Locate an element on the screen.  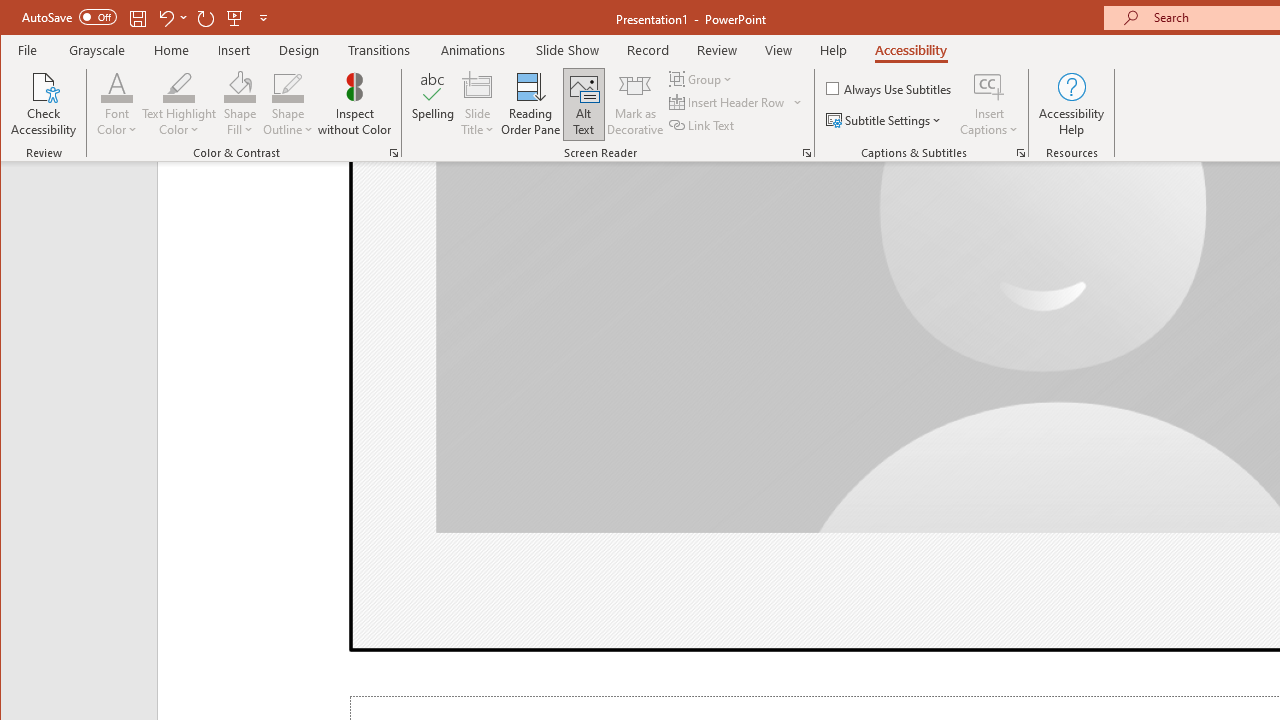
'Always Use Subtitles' is located at coordinates (889, 87).